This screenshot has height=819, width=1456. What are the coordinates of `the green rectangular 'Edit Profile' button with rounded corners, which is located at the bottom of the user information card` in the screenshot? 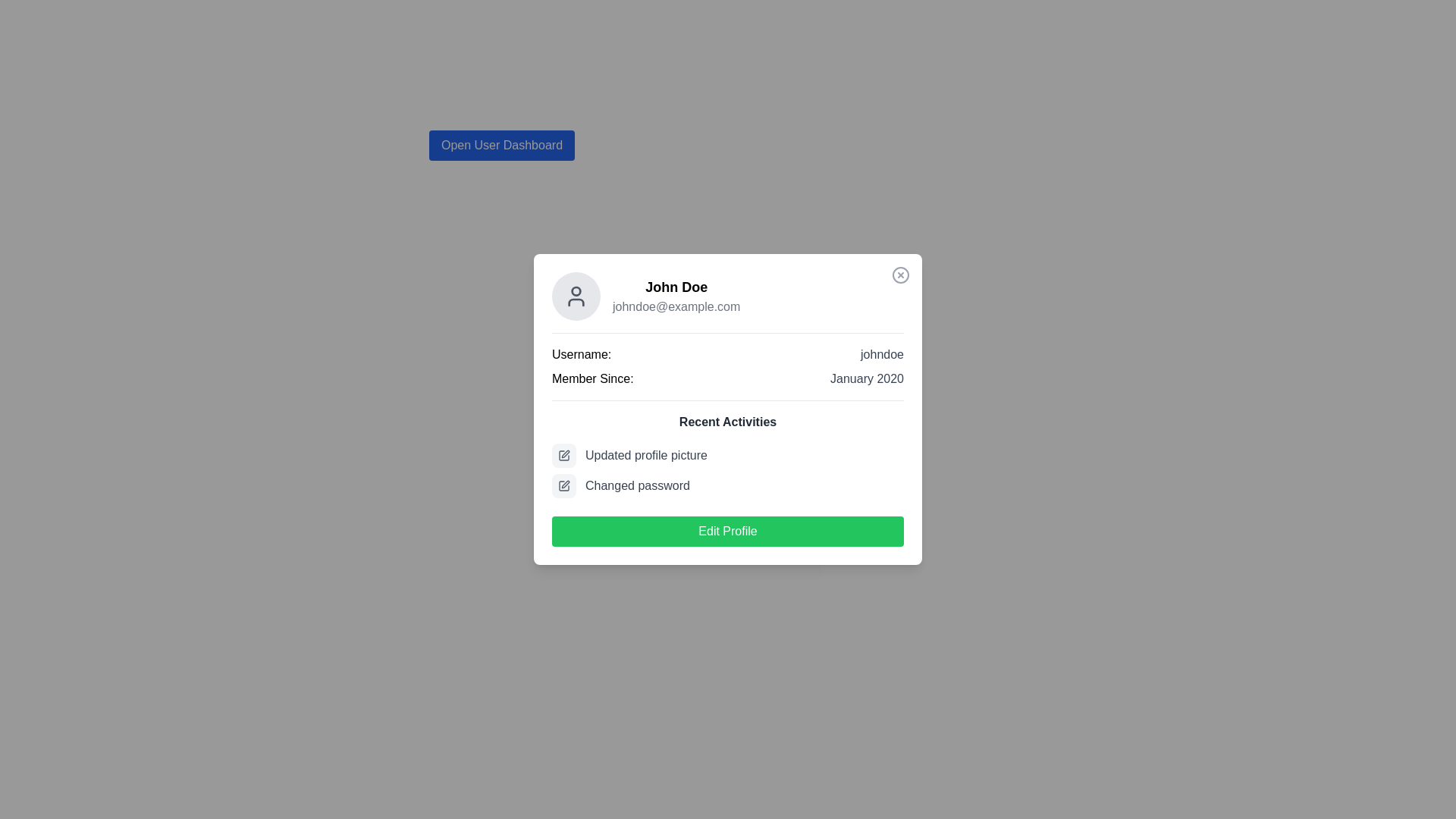 It's located at (728, 531).